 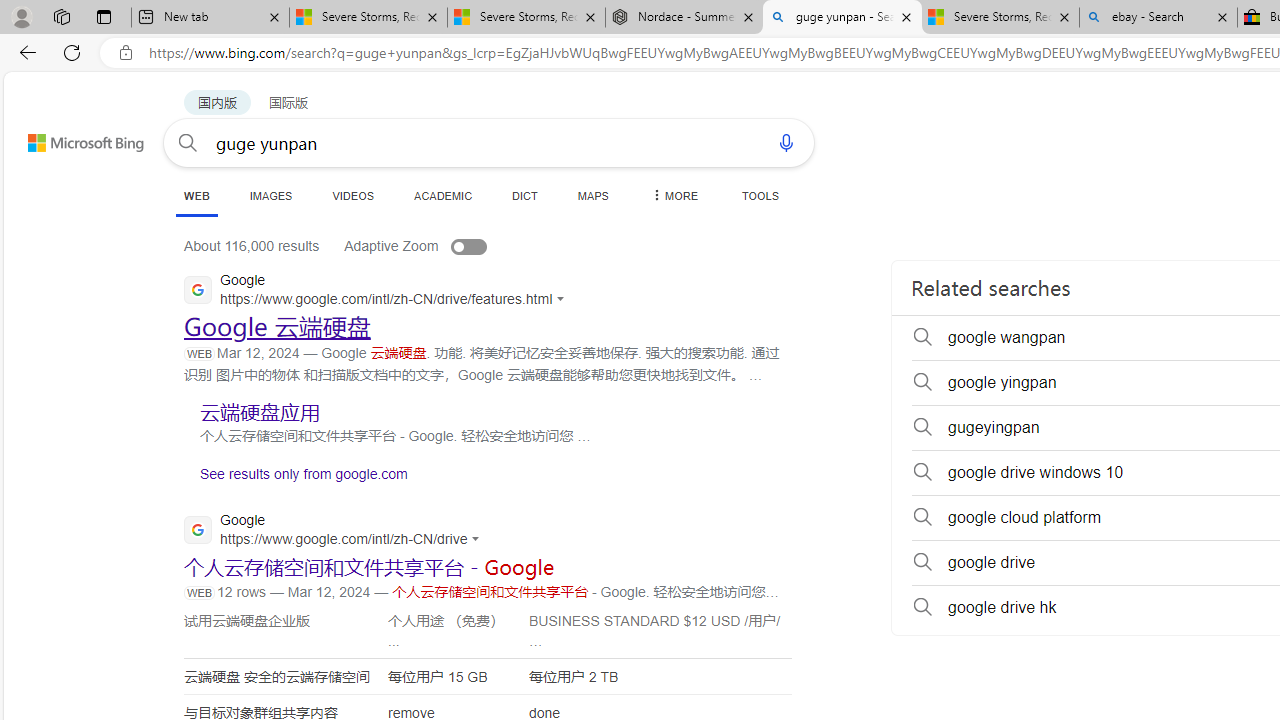 What do you see at coordinates (759, 195) in the screenshot?
I see `'TOOLS'` at bounding box center [759, 195].